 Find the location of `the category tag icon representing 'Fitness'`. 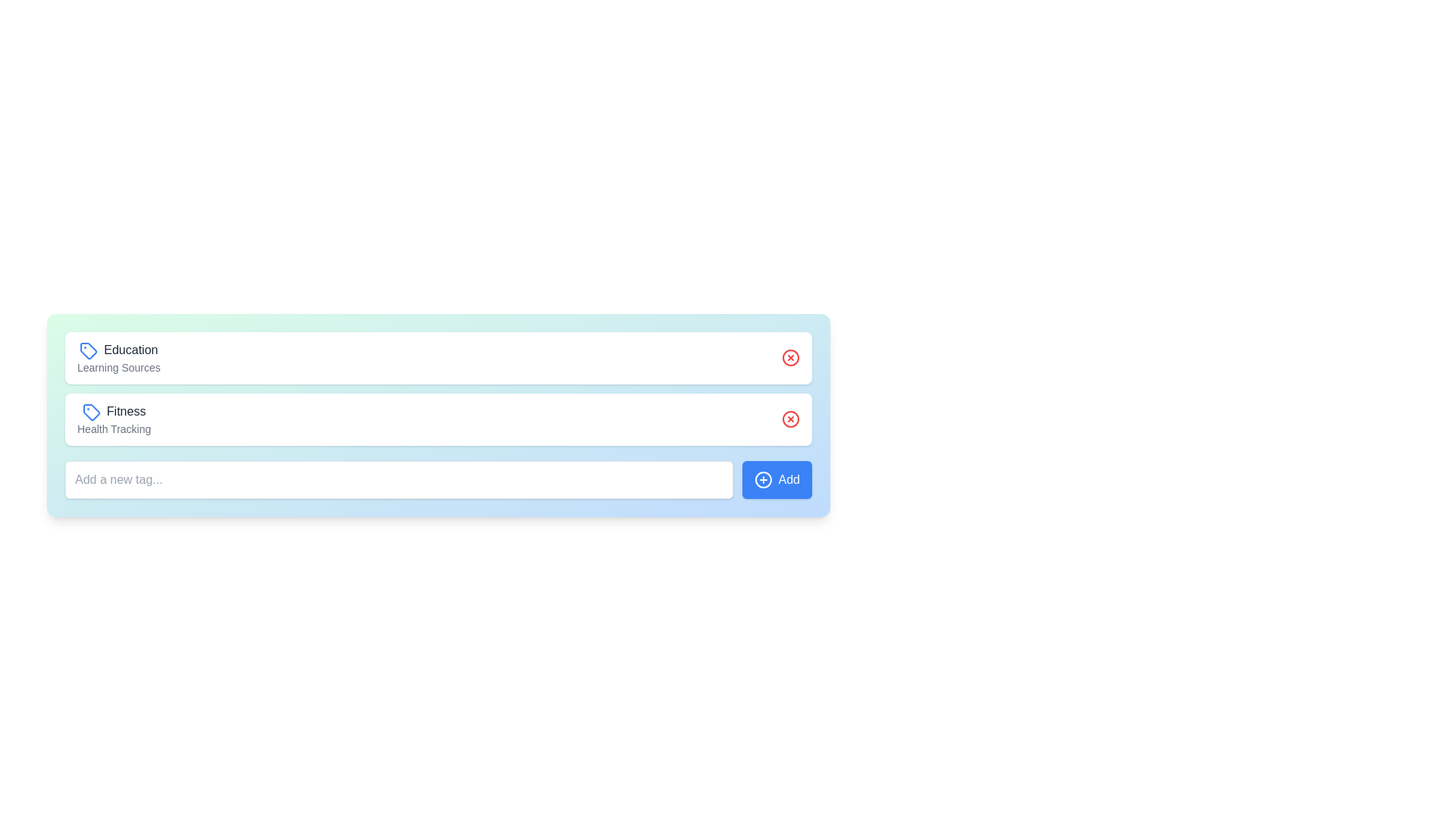

the category tag icon representing 'Fitness' is located at coordinates (90, 412).